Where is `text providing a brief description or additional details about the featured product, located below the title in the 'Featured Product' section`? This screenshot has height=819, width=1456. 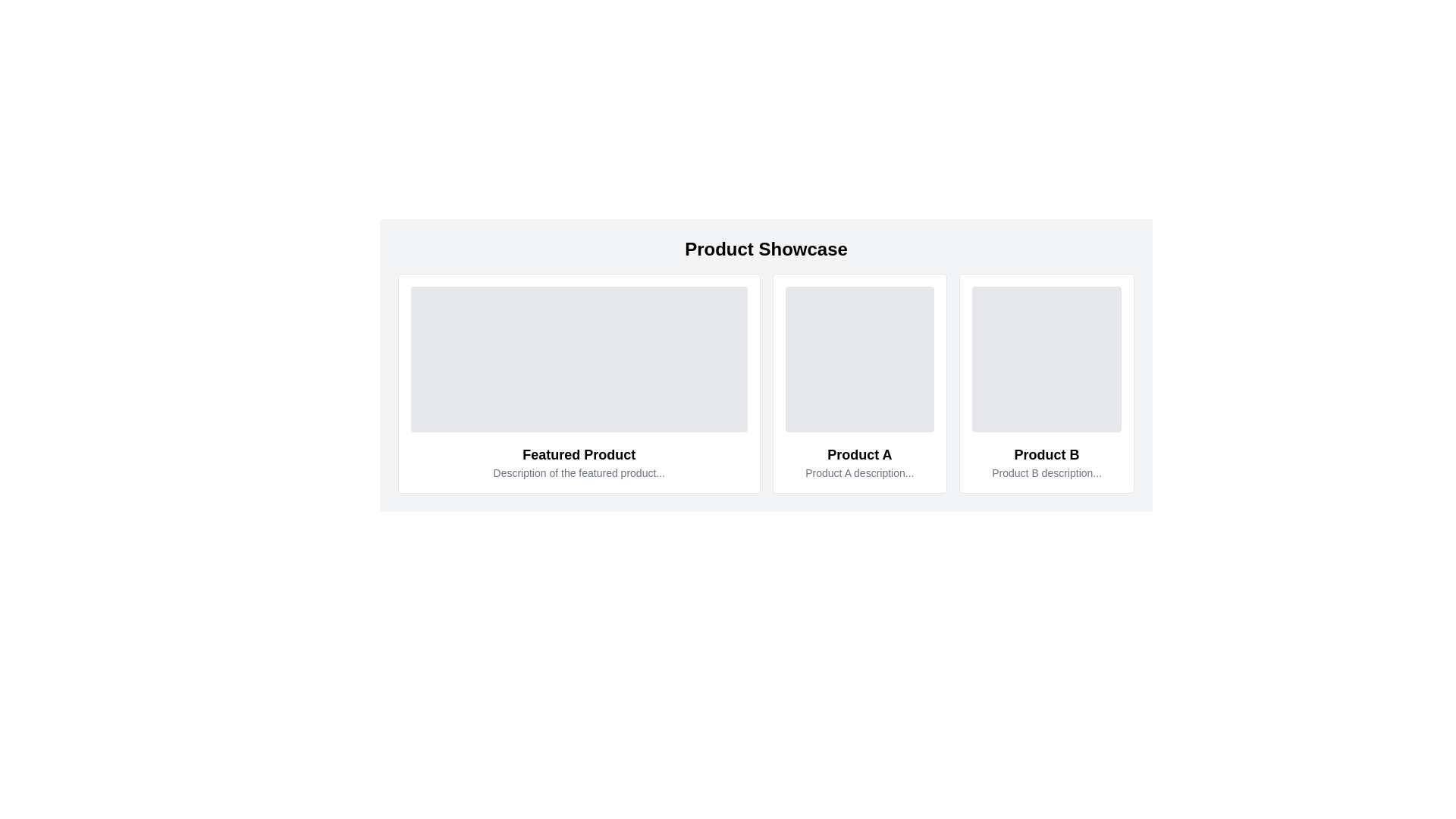 text providing a brief description or additional details about the featured product, located below the title in the 'Featured Product' section is located at coordinates (578, 472).